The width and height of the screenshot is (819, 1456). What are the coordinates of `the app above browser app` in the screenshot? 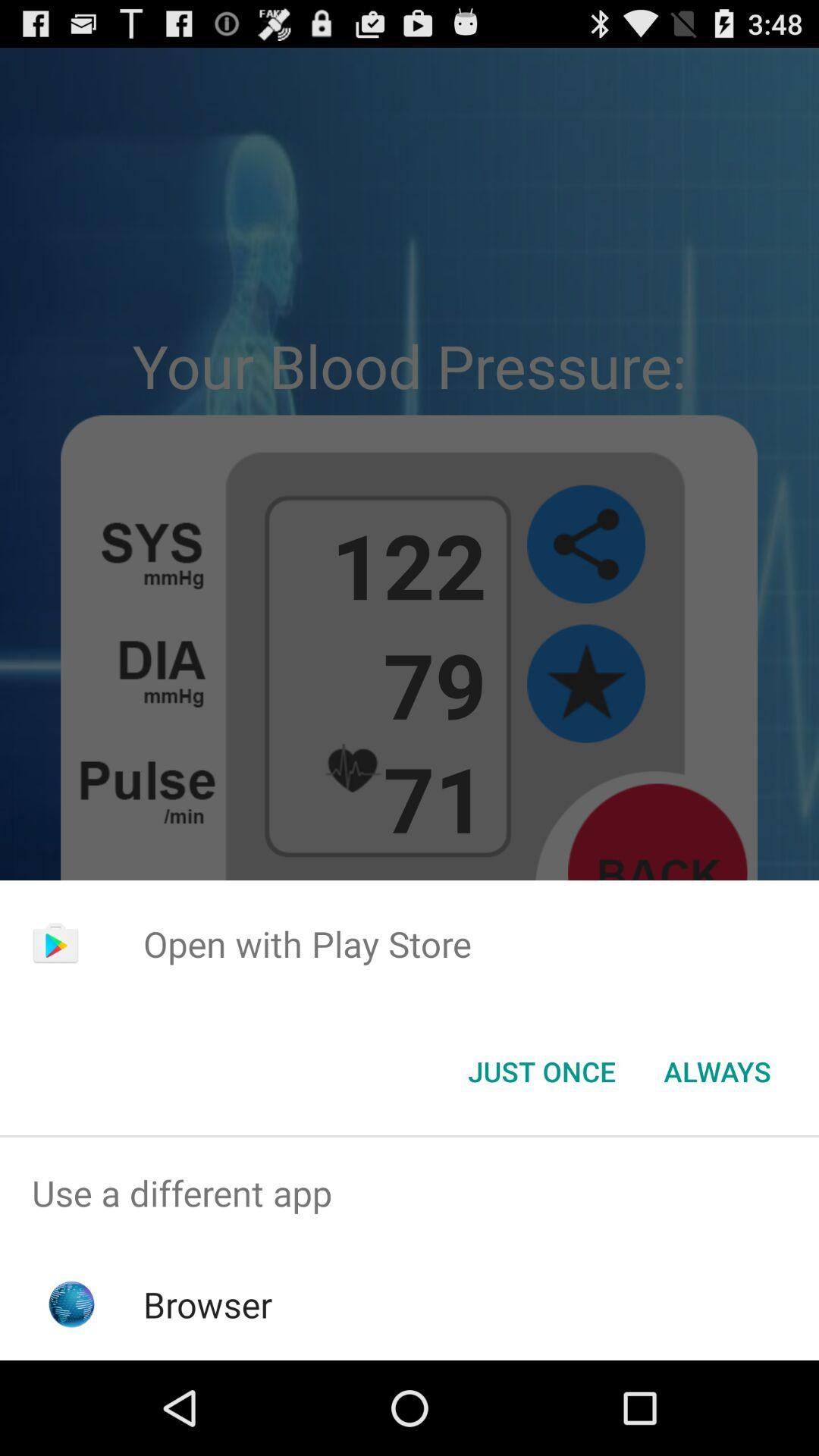 It's located at (409, 1192).